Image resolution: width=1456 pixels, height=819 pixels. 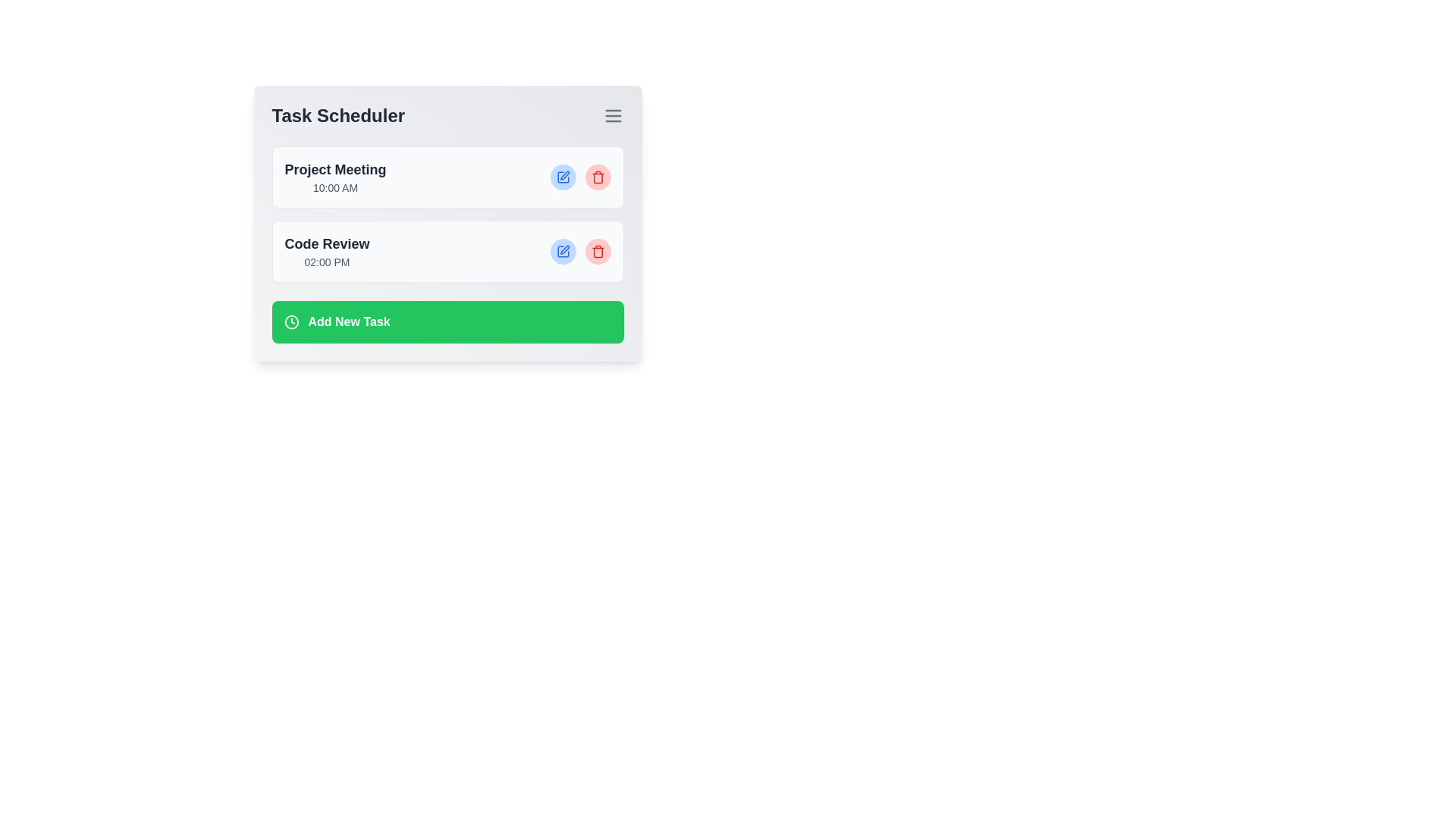 What do you see at coordinates (334, 177) in the screenshot?
I see `the first task item in the Task Scheduler panel named 'Project Meeting'` at bounding box center [334, 177].